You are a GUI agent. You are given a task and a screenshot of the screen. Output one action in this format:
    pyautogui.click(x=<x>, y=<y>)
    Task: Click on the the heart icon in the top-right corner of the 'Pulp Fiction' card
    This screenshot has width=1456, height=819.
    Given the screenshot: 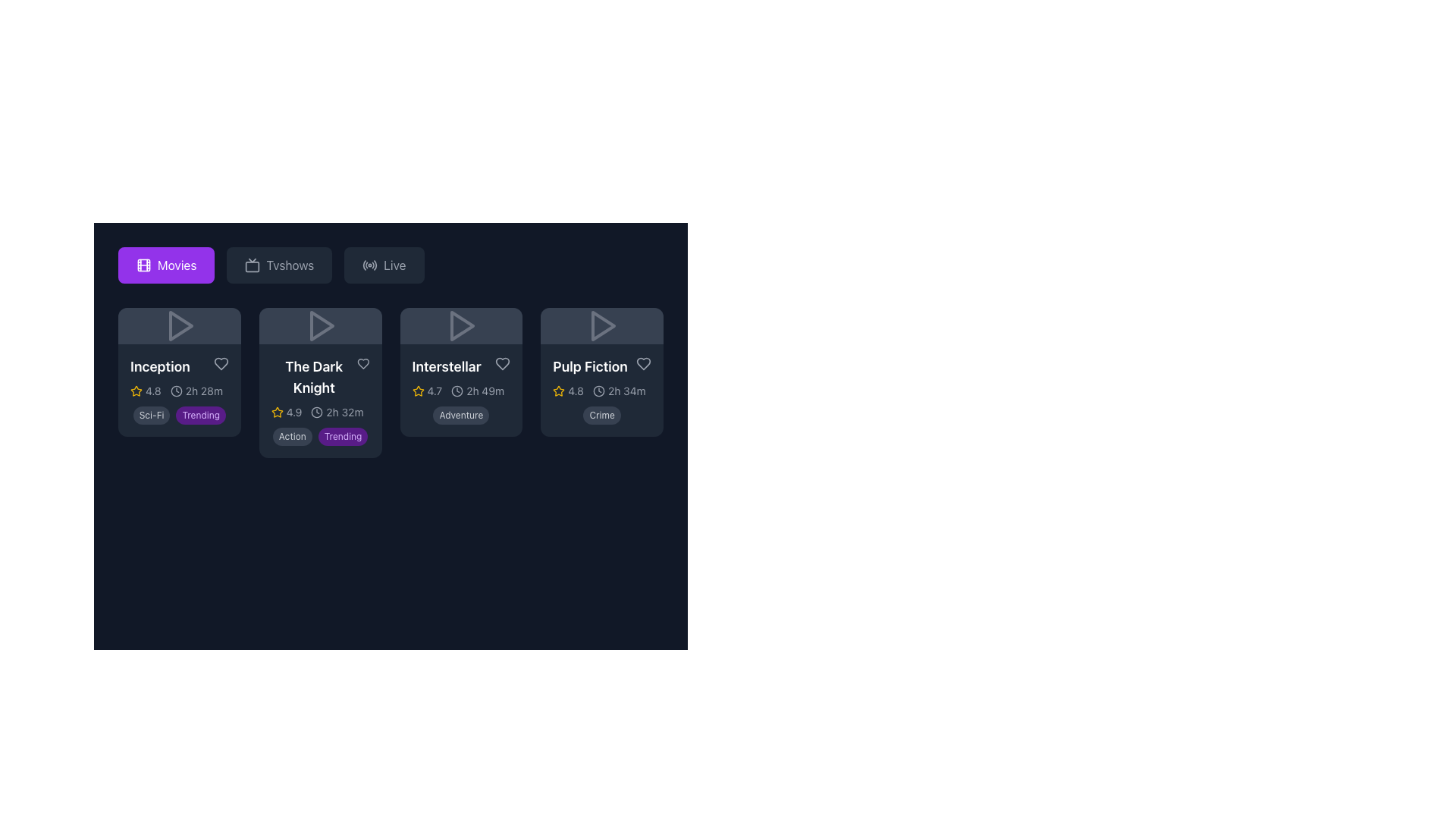 What is the action you would take?
    pyautogui.click(x=644, y=363)
    